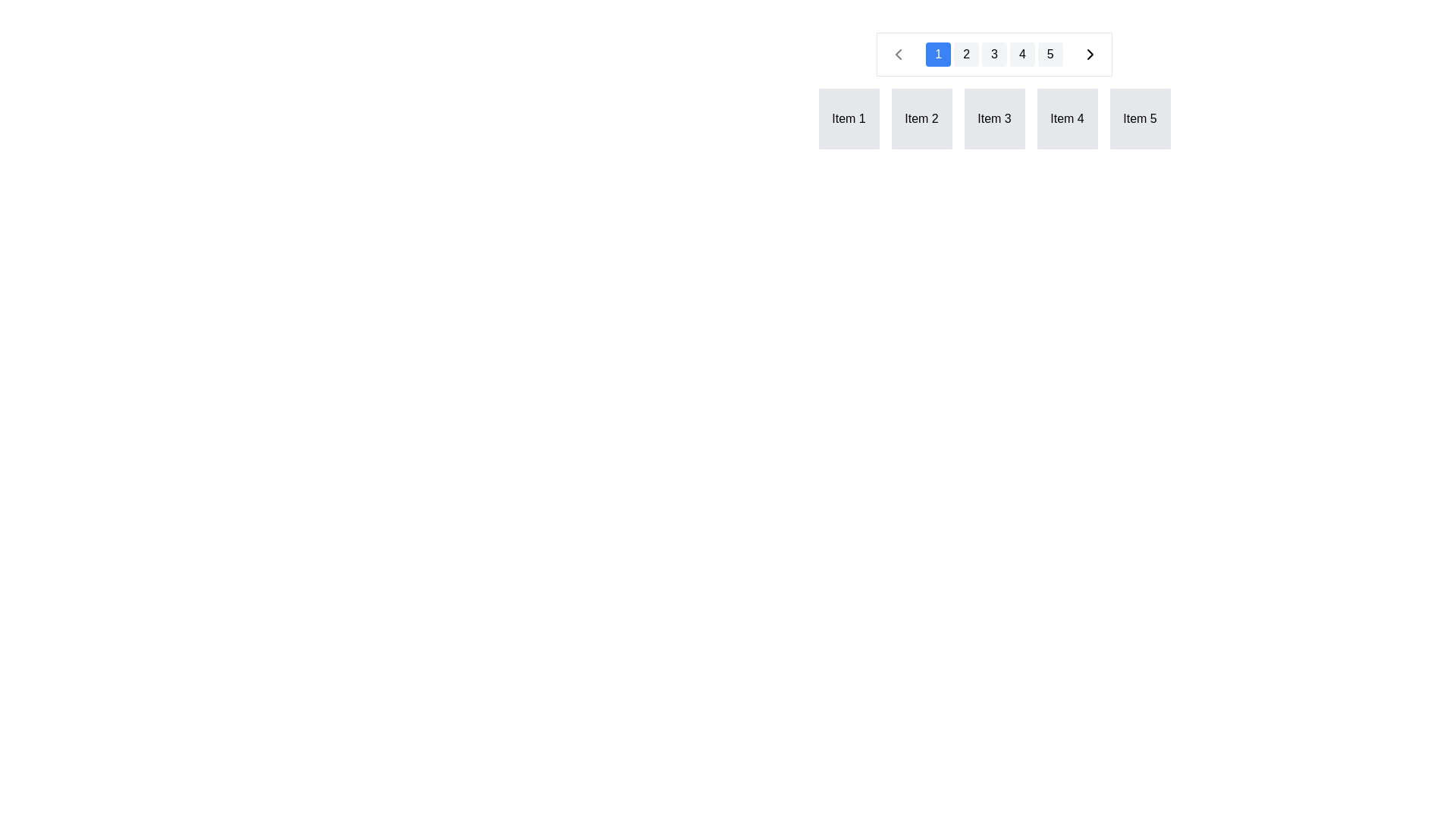 This screenshot has width=1456, height=819. Describe the element at coordinates (994, 118) in the screenshot. I see `text label that displays 'Item 3', which is located in the center of a gray box beneath navigation controls` at that location.